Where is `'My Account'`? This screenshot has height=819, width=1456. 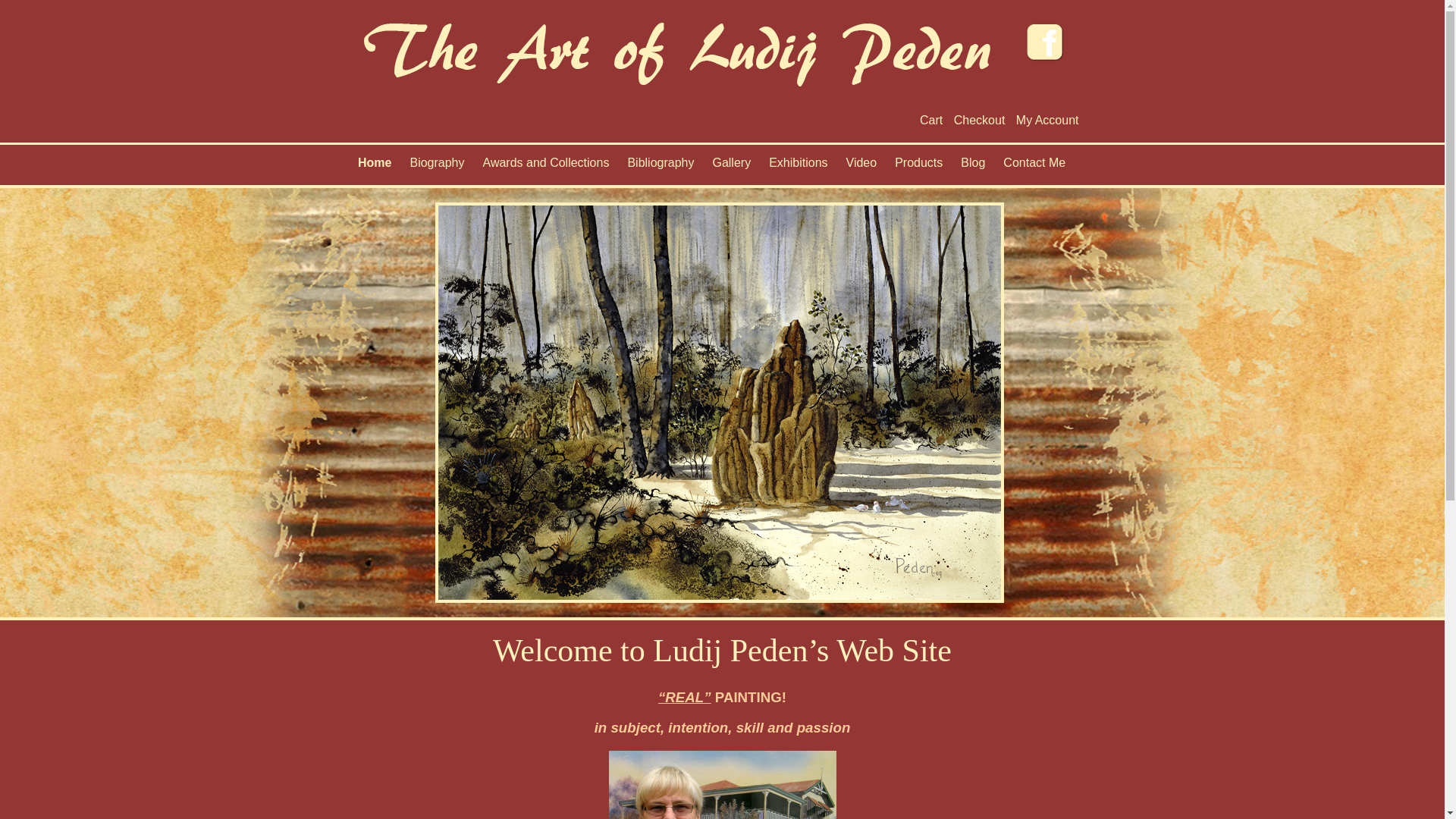
'My Account' is located at coordinates (1046, 119).